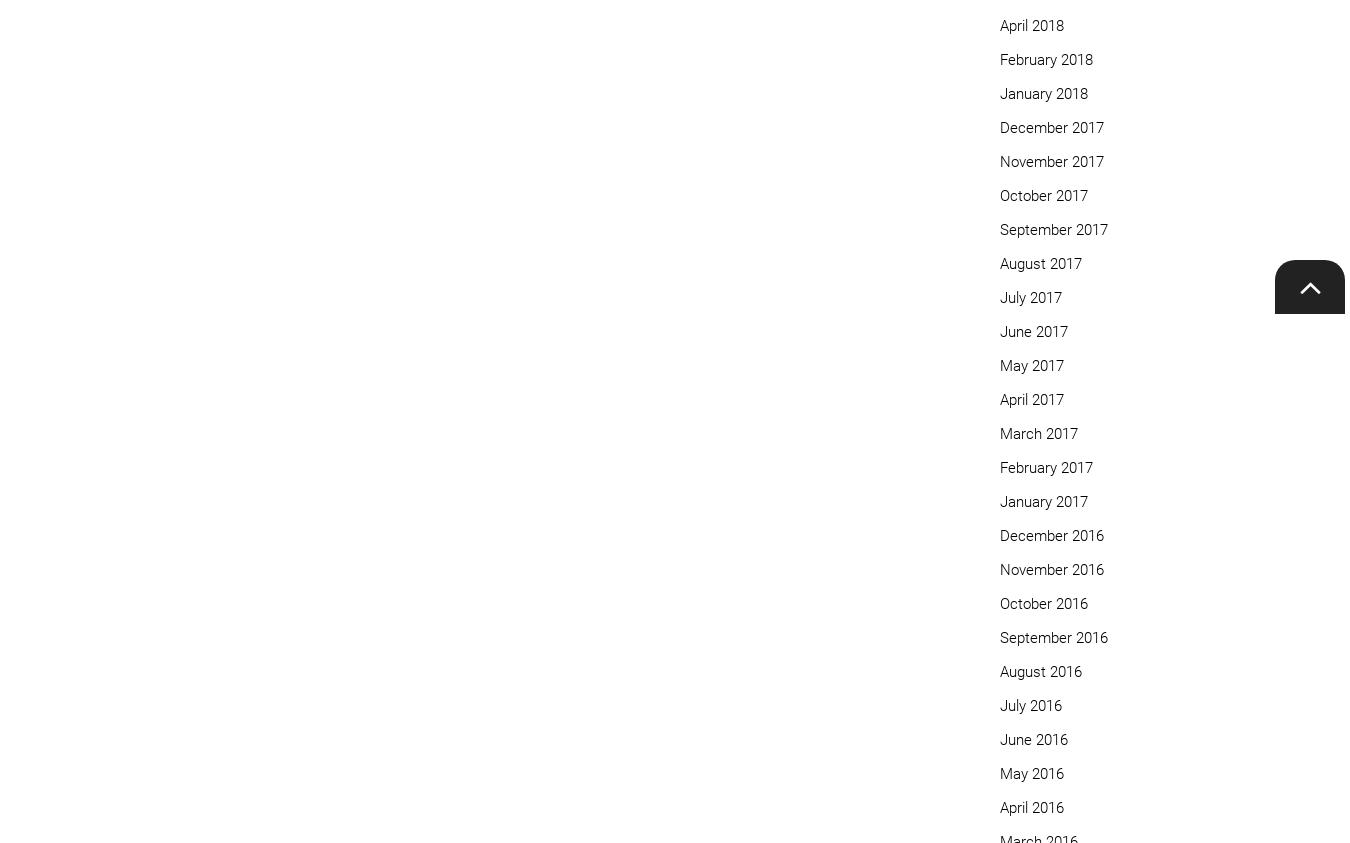  What do you see at coordinates (1043, 500) in the screenshot?
I see `'January 2017'` at bounding box center [1043, 500].